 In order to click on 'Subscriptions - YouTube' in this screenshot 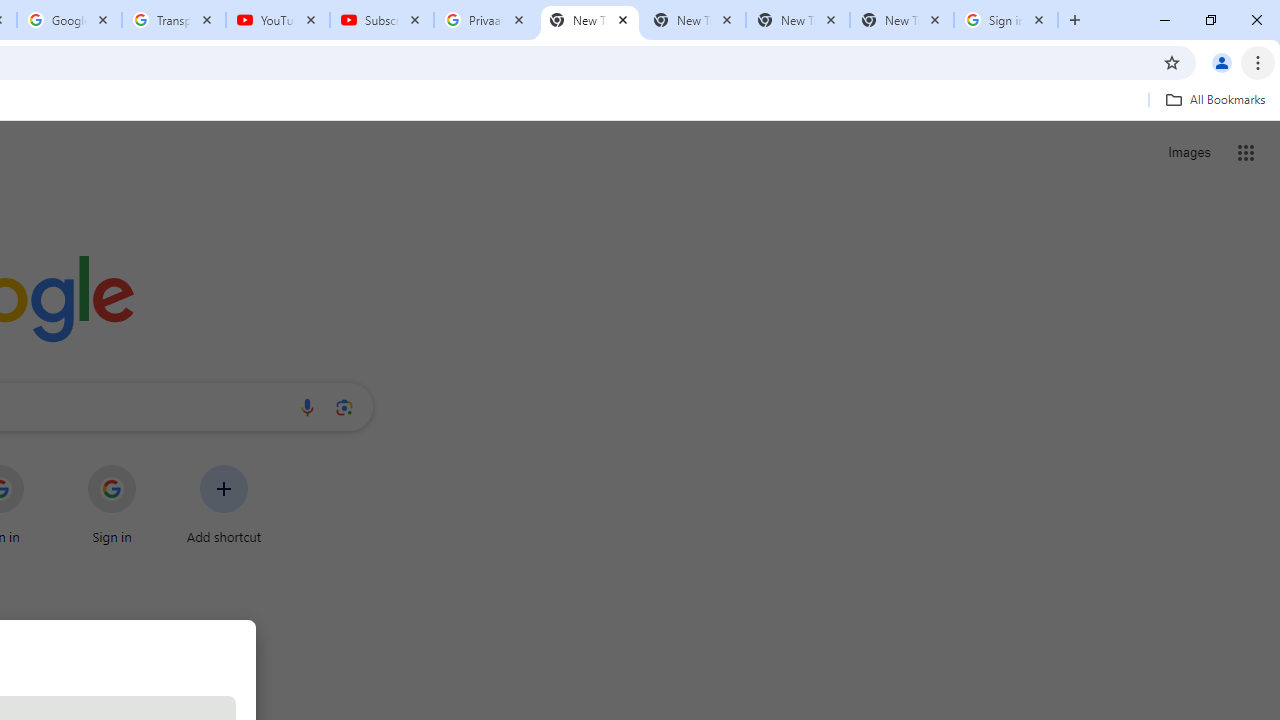, I will do `click(382, 20)`.